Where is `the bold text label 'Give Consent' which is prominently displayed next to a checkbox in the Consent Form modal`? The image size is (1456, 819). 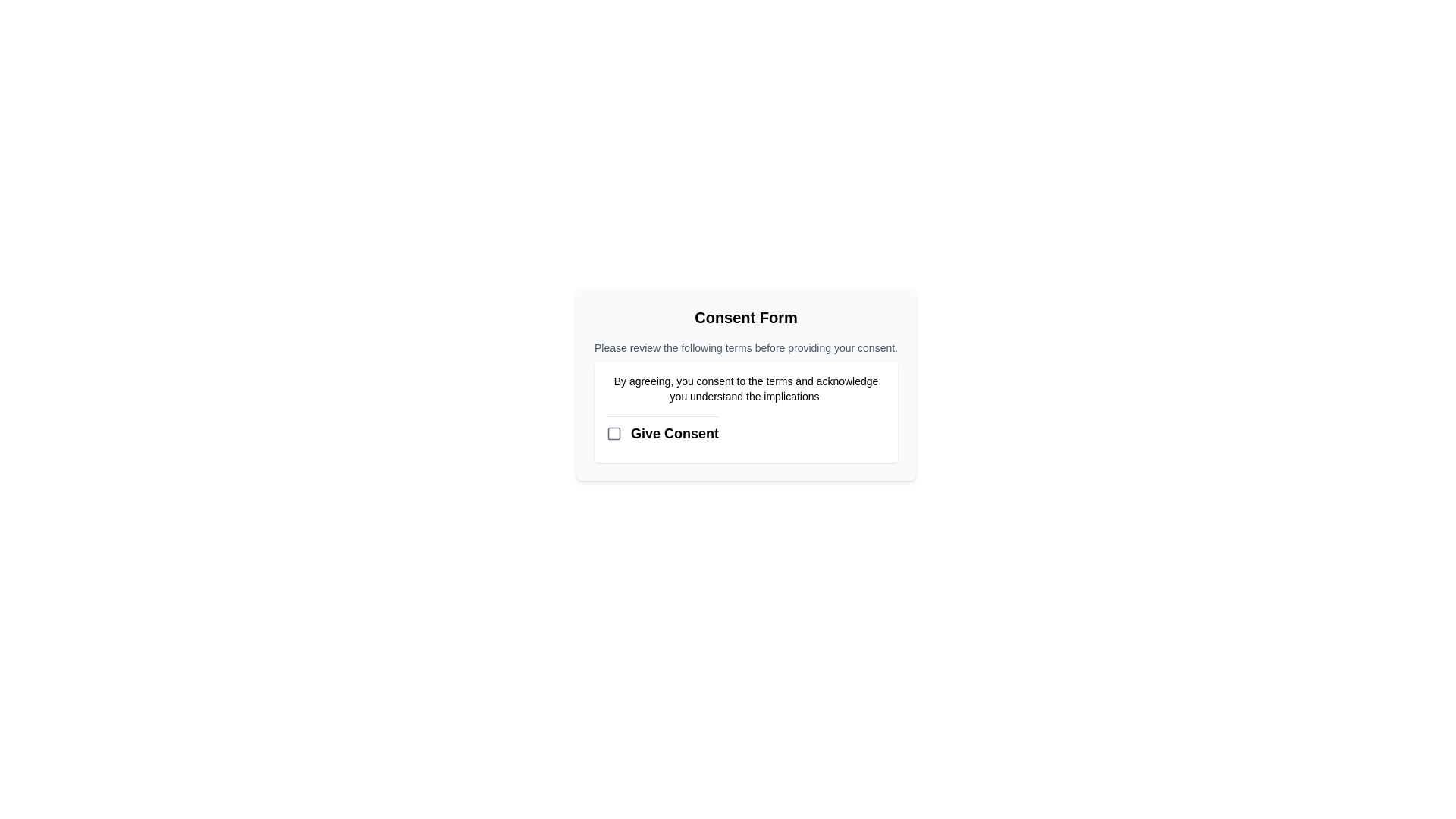 the bold text label 'Give Consent' which is prominently displayed next to a checkbox in the Consent Form modal is located at coordinates (674, 433).